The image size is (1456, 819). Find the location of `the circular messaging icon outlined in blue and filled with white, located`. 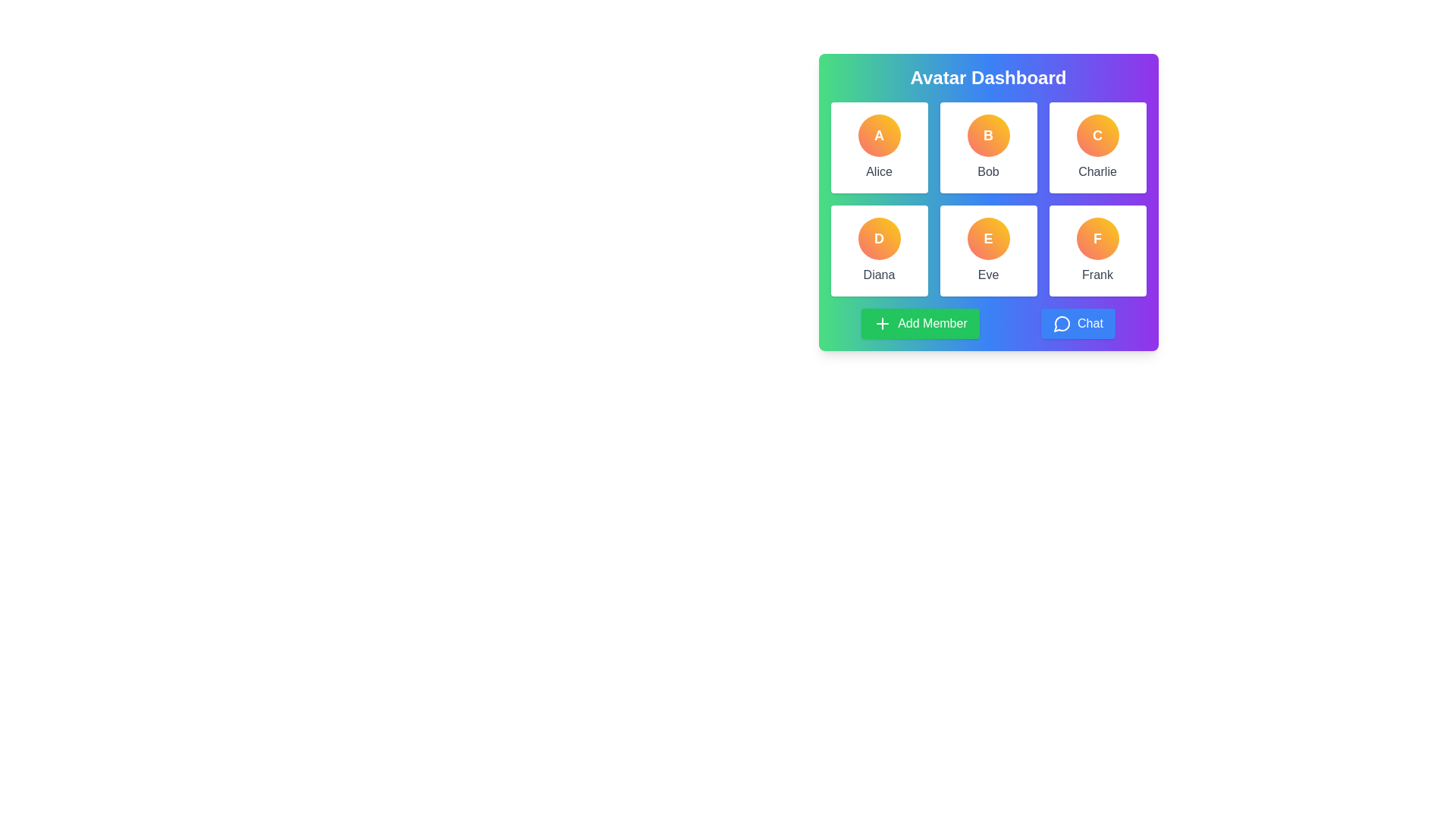

the circular messaging icon outlined in blue and filled with white, located is located at coordinates (1062, 323).